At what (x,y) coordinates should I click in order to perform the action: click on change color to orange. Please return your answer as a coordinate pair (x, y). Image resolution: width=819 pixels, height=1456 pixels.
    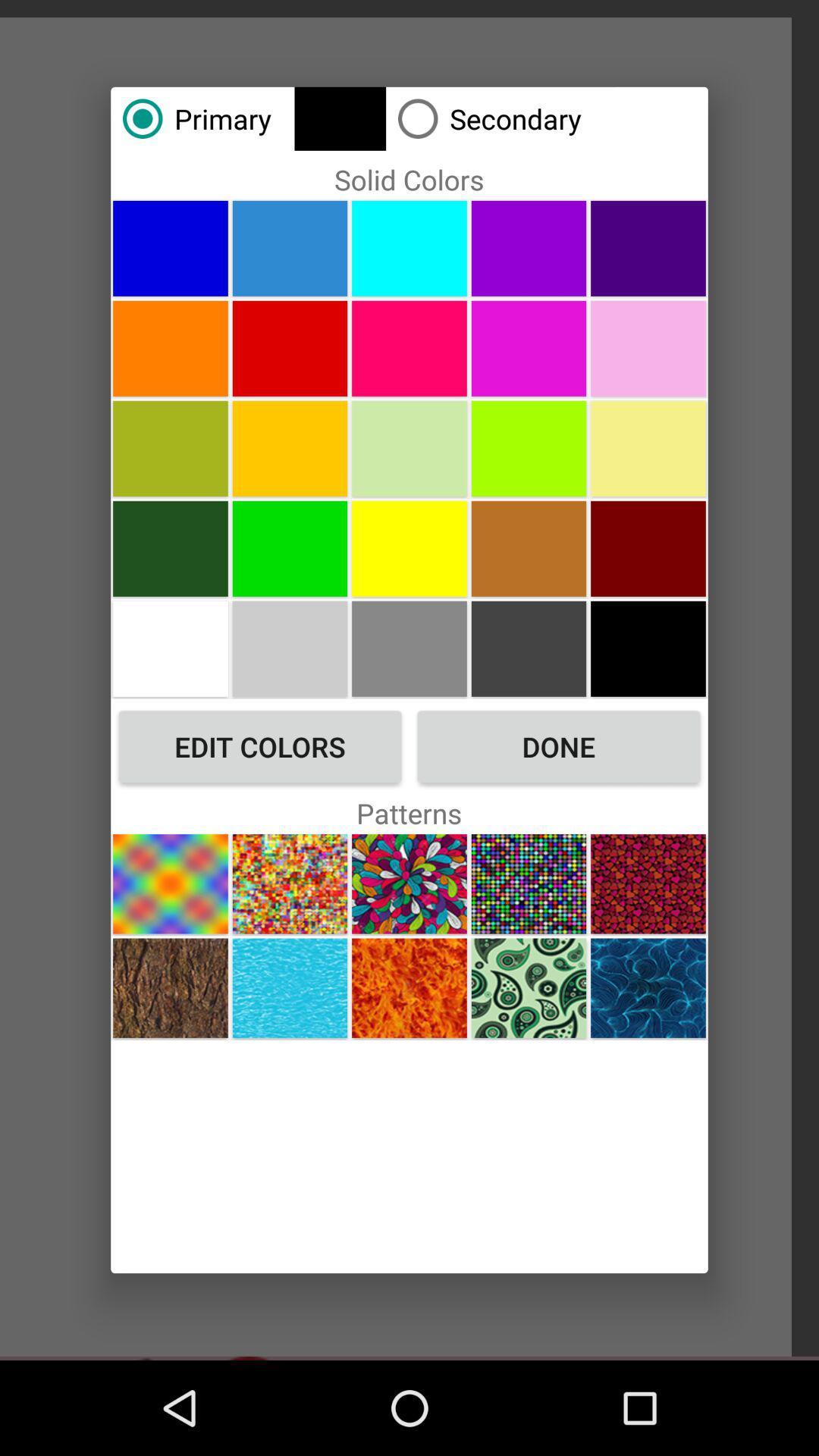
    Looking at the image, I should click on (170, 347).